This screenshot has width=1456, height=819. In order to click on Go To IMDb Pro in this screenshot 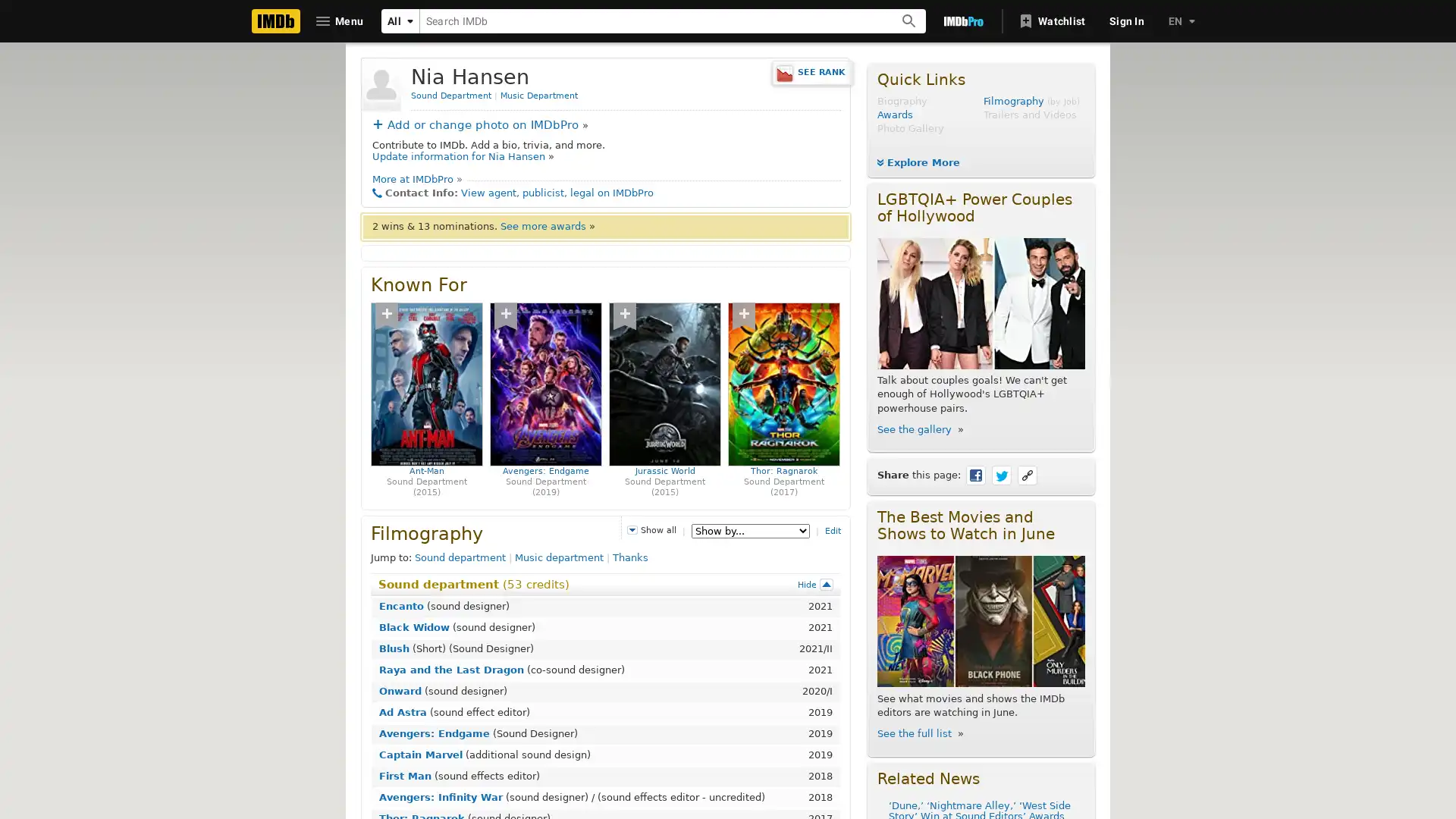, I will do `click(962, 20)`.